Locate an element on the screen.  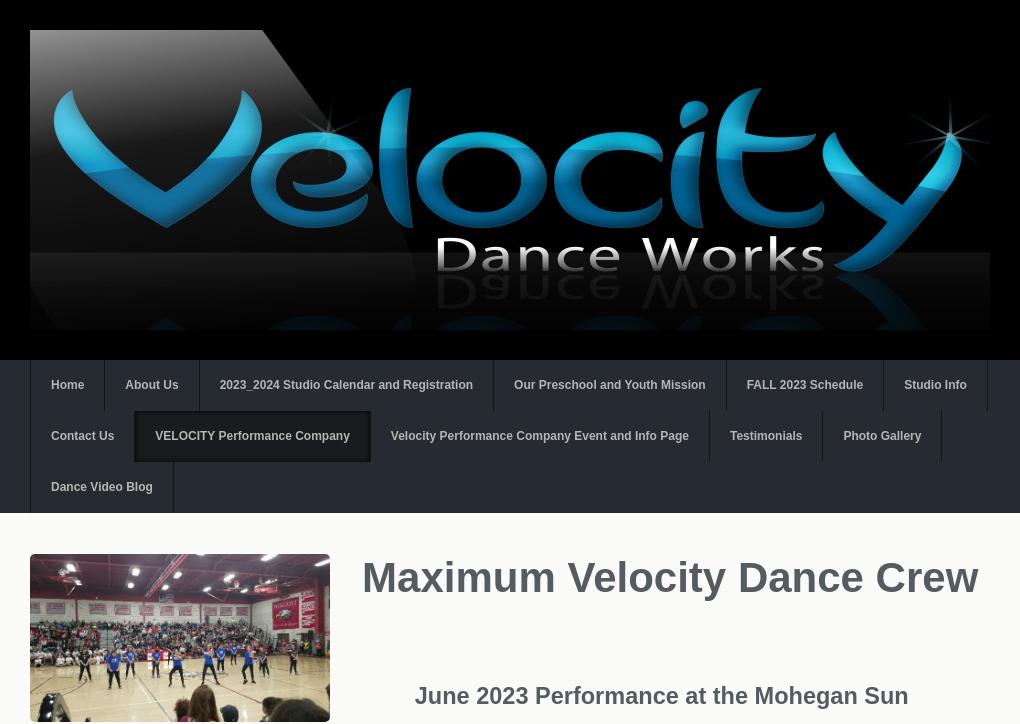
'June 2023 Performance at the Mohegan Sun' is located at coordinates (664, 694).